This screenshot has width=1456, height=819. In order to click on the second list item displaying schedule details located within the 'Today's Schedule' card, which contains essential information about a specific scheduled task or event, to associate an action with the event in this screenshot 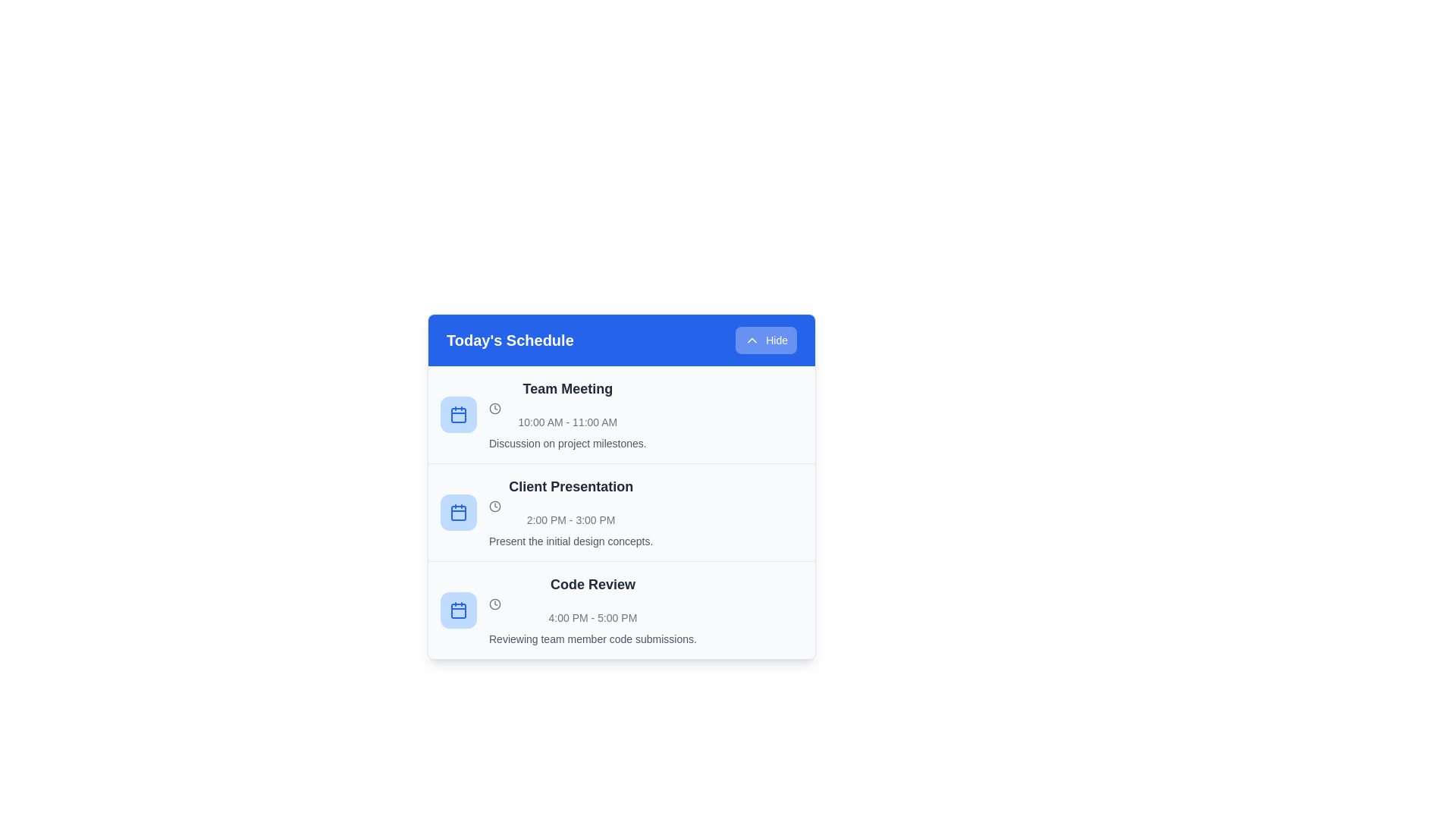, I will do `click(622, 512)`.